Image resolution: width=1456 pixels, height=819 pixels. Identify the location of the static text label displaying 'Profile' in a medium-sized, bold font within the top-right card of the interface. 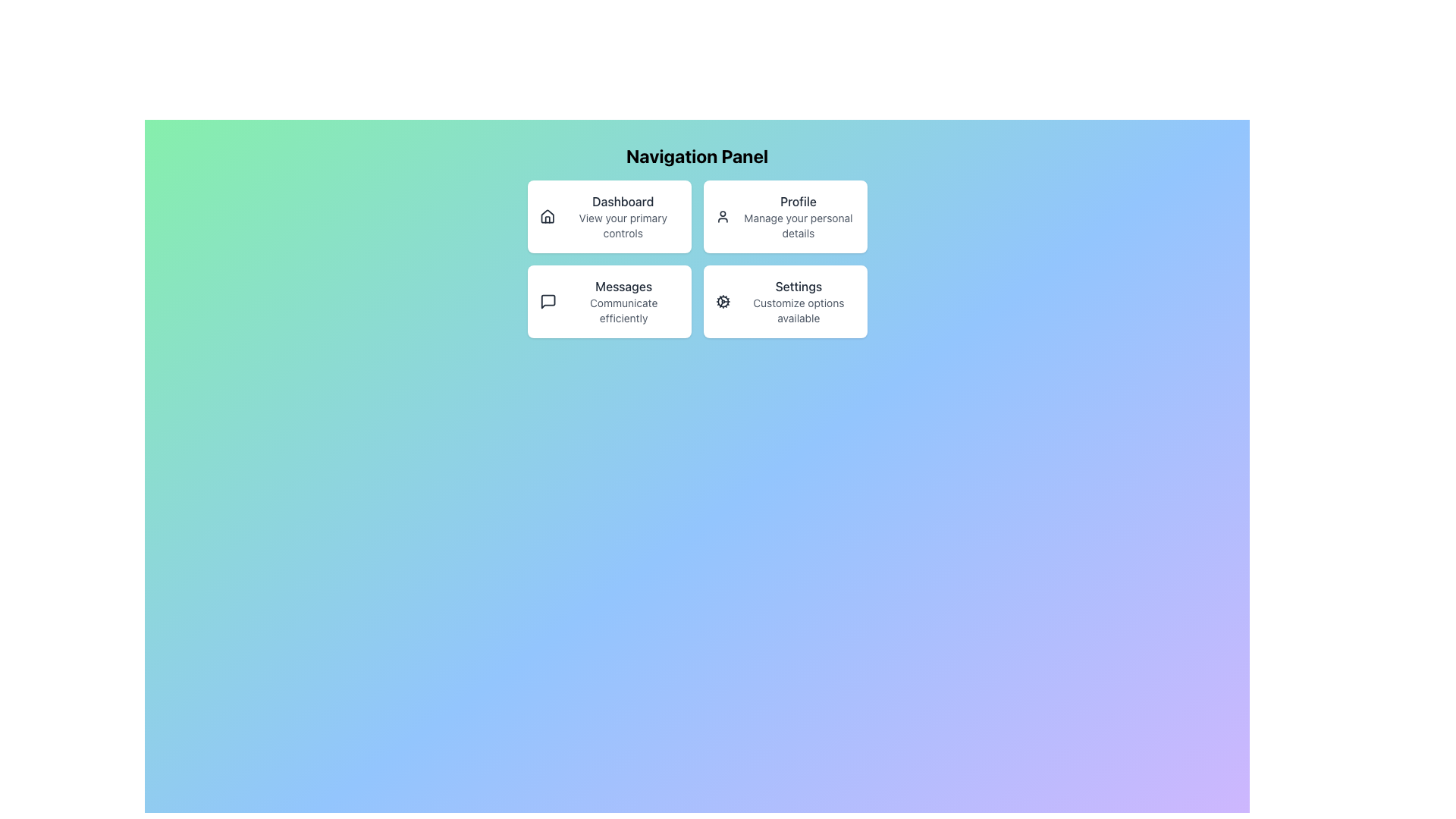
(797, 201).